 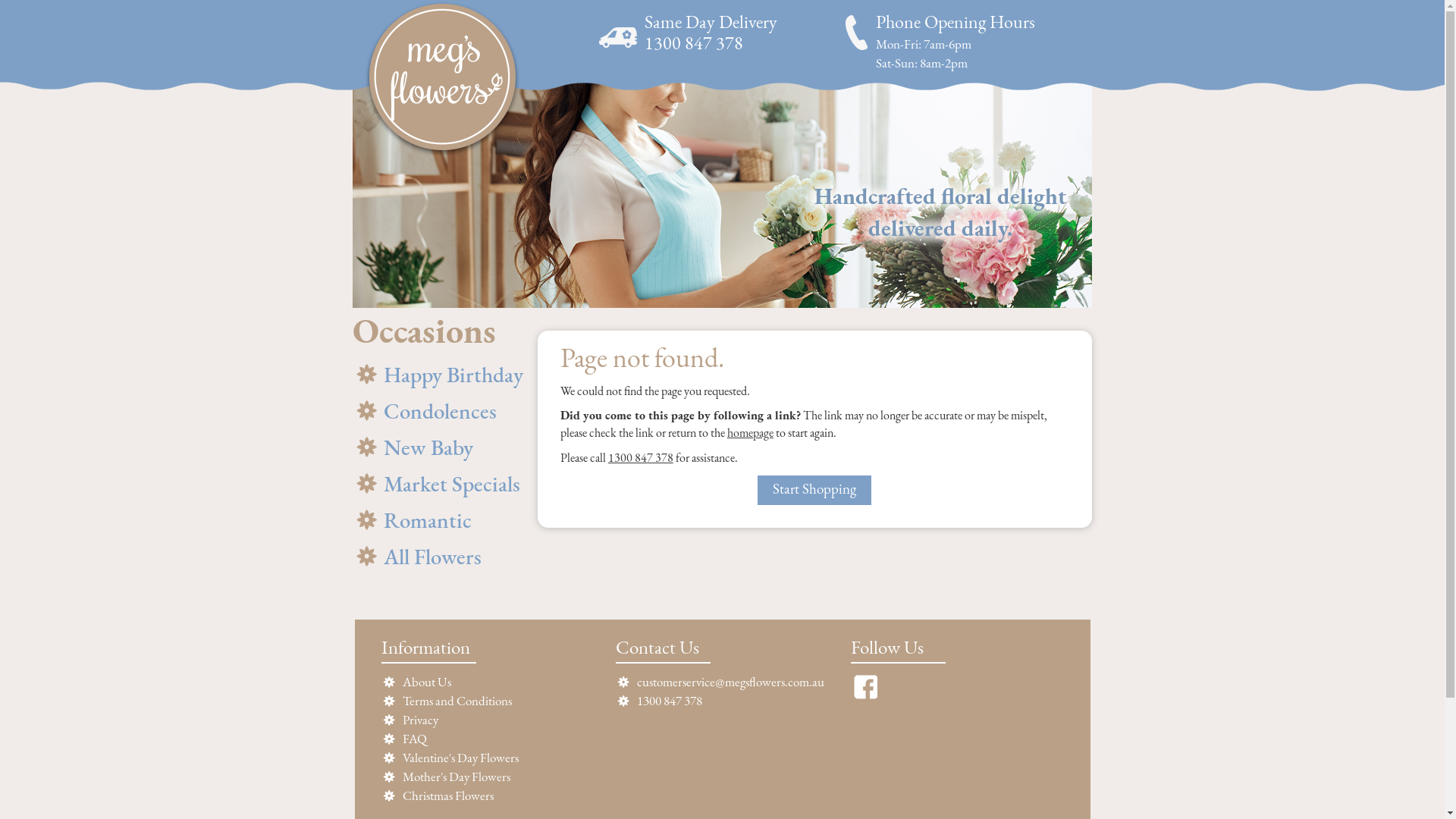 What do you see at coordinates (438, 447) in the screenshot?
I see `'New Baby'` at bounding box center [438, 447].